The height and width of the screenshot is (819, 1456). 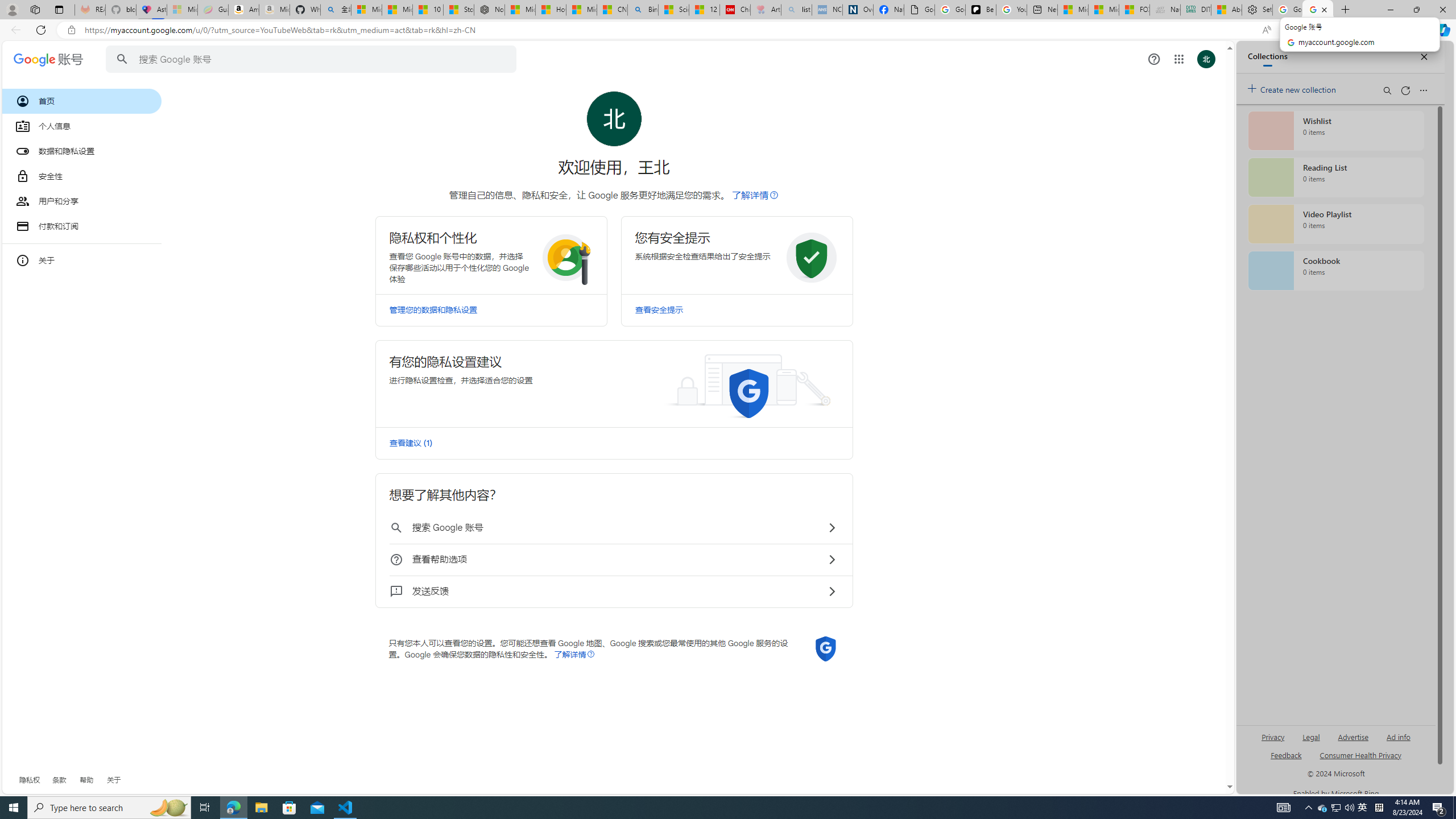 What do you see at coordinates (1134, 9) in the screenshot?
I see `'FOX News - MSN'` at bounding box center [1134, 9].